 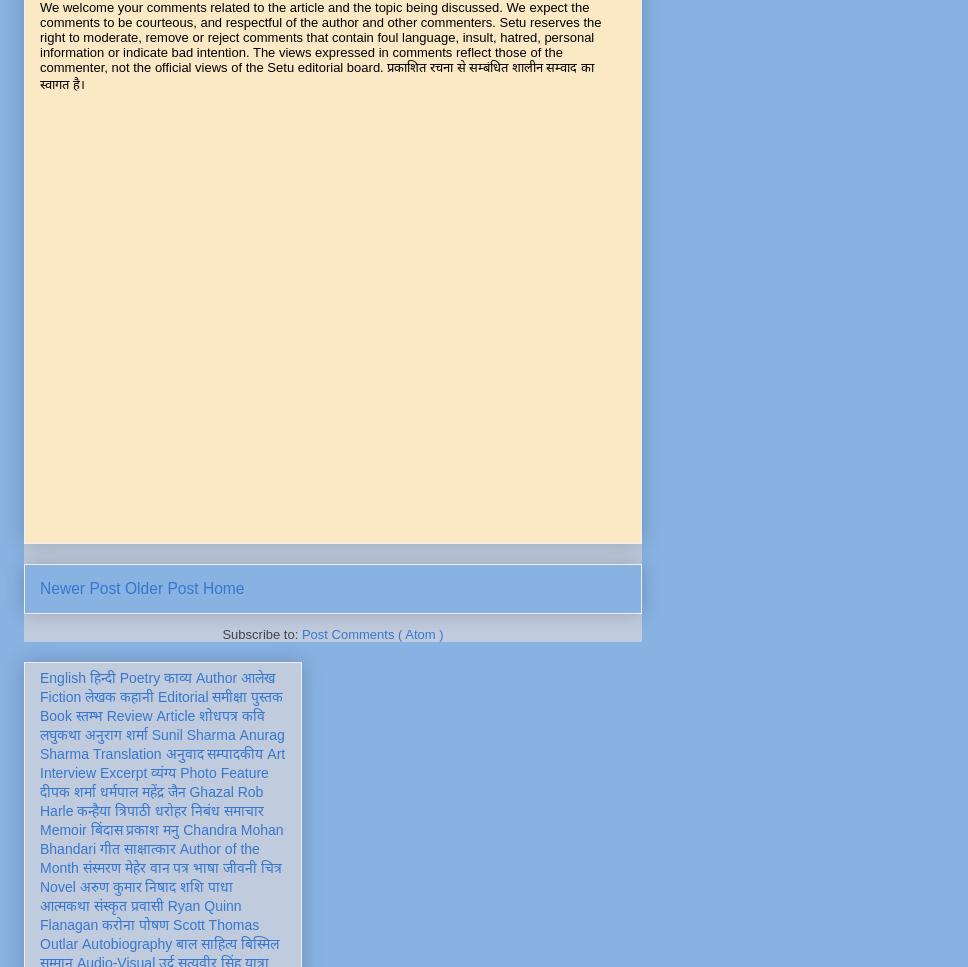 What do you see at coordinates (222, 771) in the screenshot?
I see `'Photo Feature'` at bounding box center [222, 771].